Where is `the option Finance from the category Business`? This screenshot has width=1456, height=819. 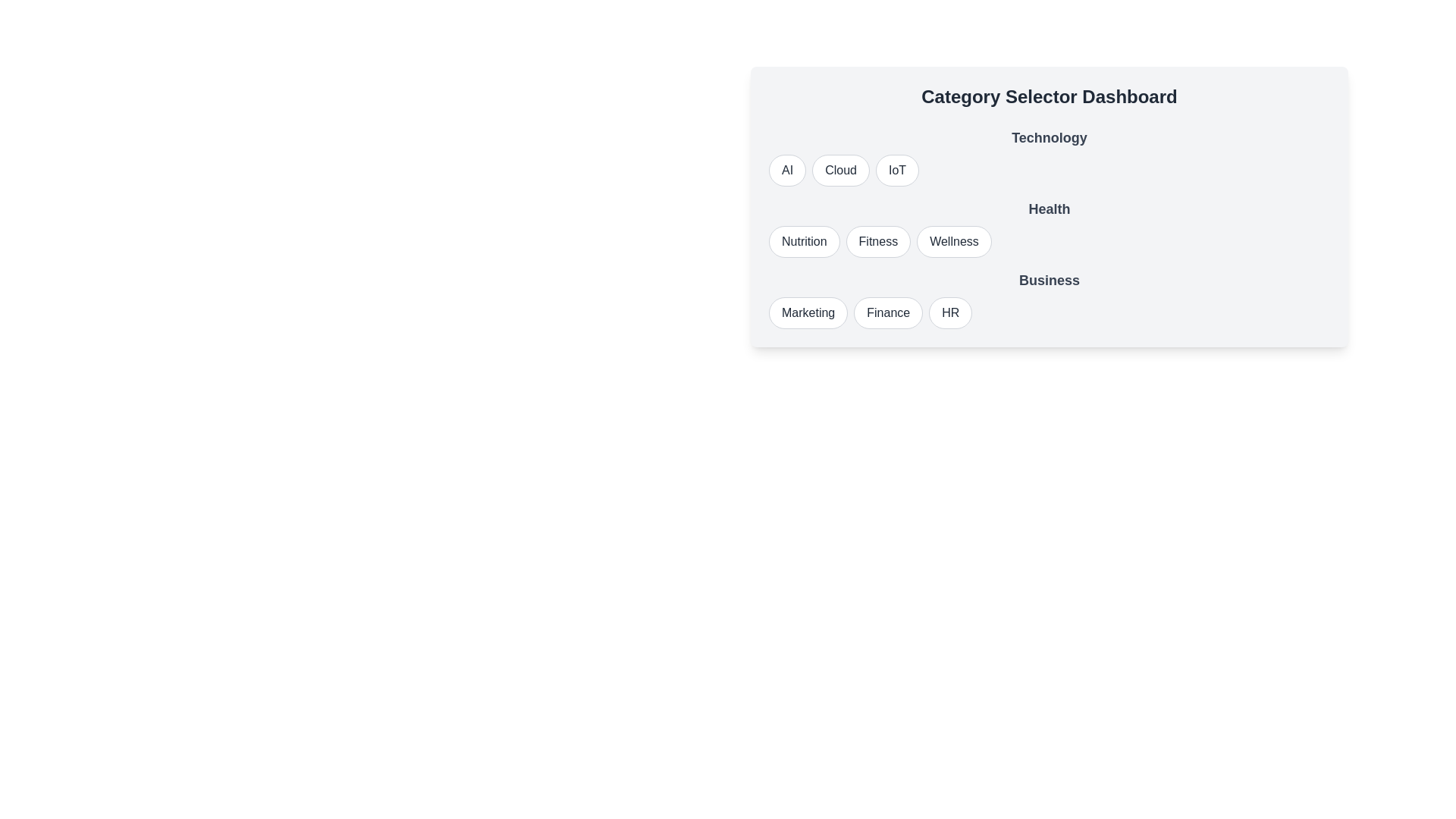 the option Finance from the category Business is located at coordinates (888, 312).